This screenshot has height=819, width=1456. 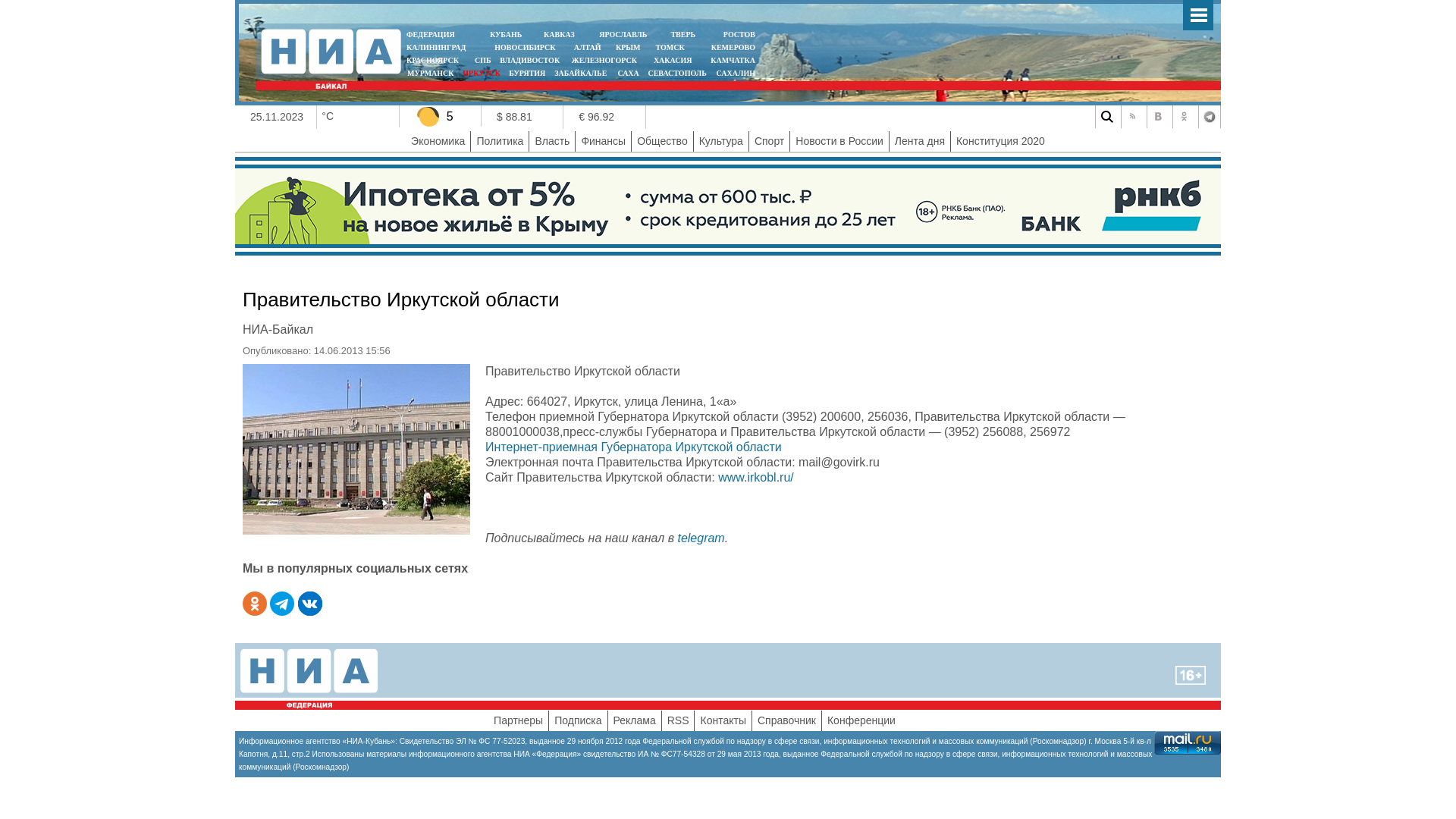 I want to click on 'www.irkobl.ru/', so click(x=756, y=476).